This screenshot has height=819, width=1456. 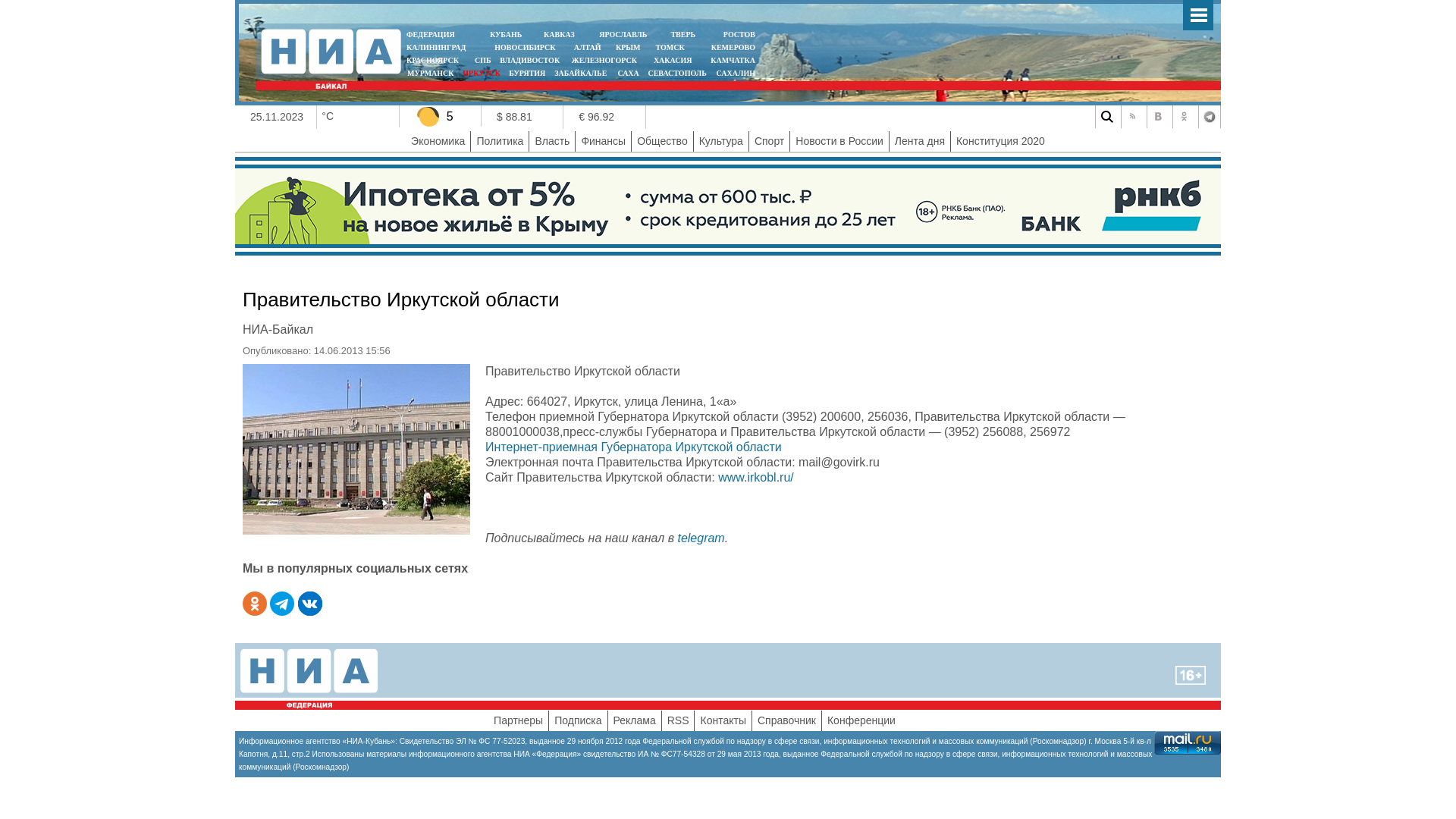 I want to click on 'www.irkobl.ru/', so click(x=756, y=476).